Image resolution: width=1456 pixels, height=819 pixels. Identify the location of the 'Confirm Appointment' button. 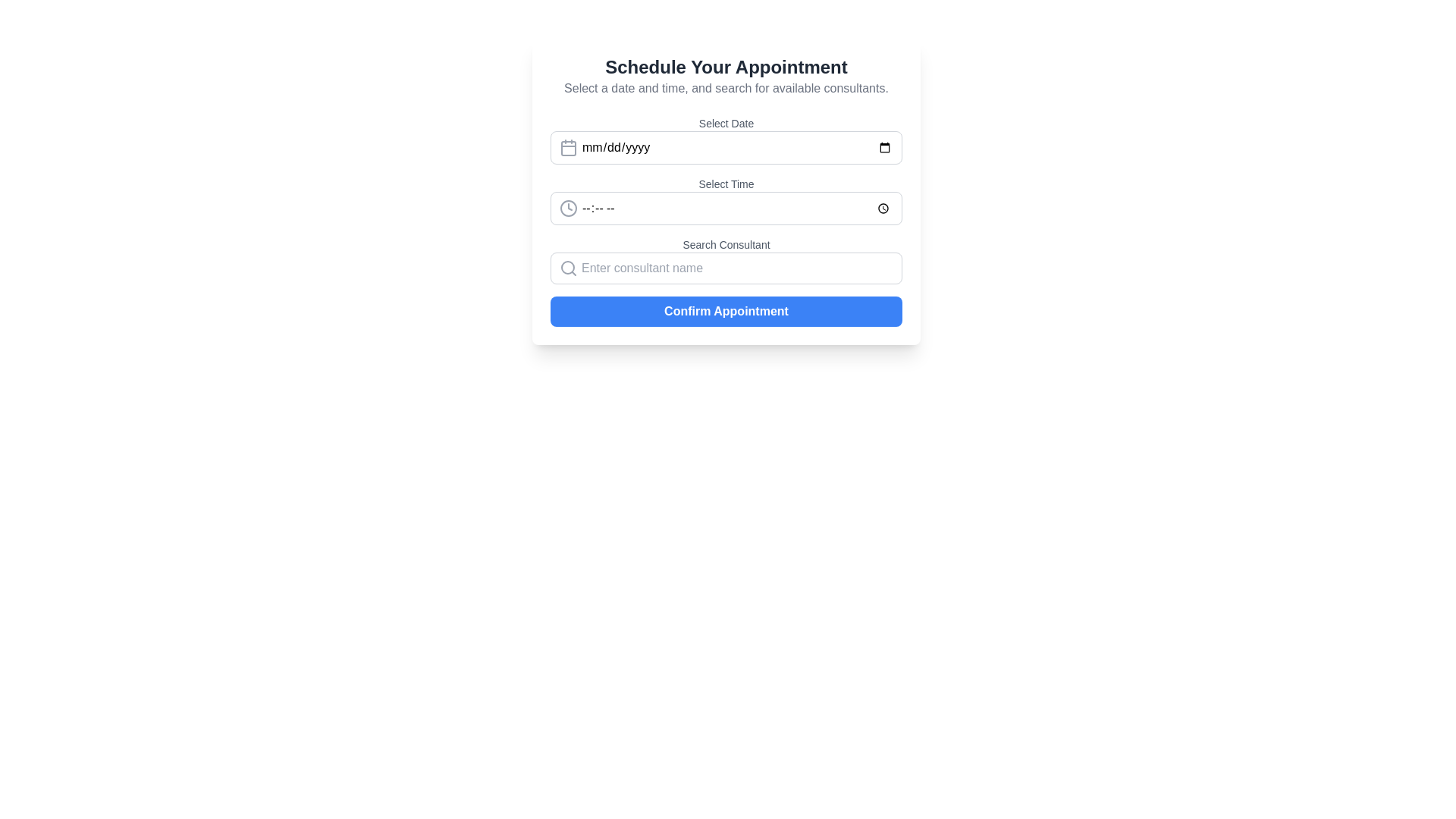
(726, 311).